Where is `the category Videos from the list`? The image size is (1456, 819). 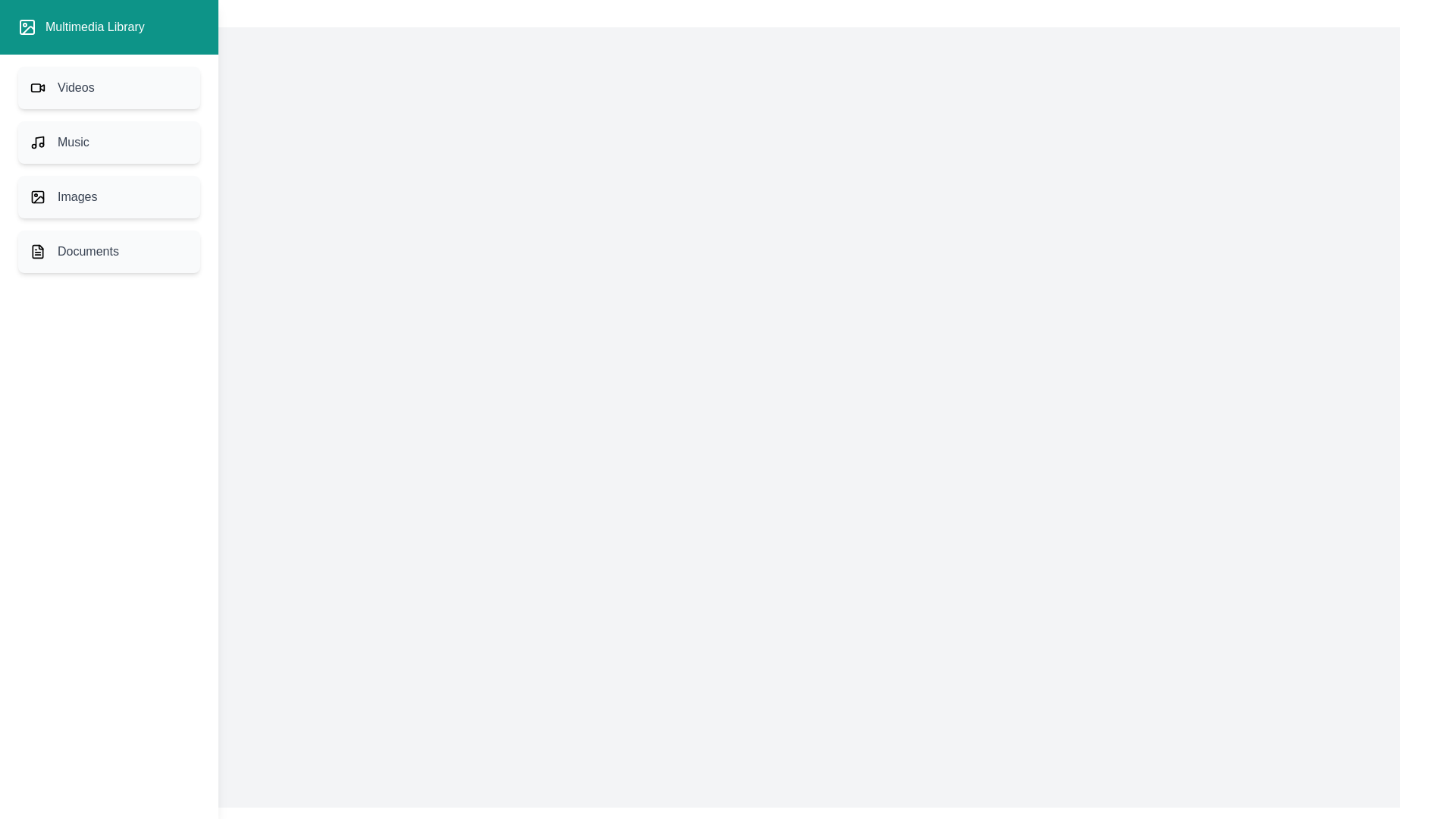 the category Videos from the list is located at coordinates (108, 87).